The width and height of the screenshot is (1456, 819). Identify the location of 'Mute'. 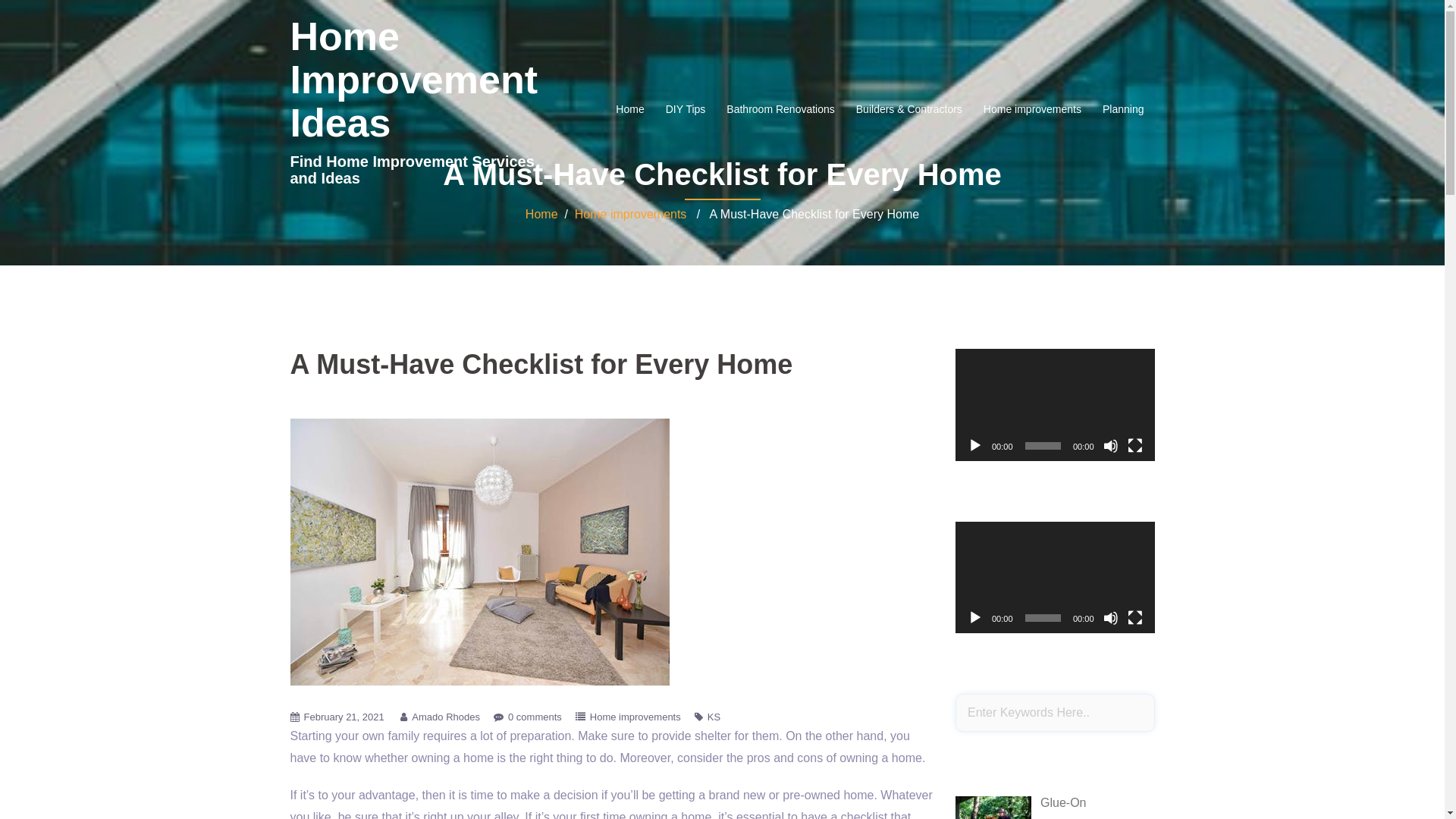
(1110, 617).